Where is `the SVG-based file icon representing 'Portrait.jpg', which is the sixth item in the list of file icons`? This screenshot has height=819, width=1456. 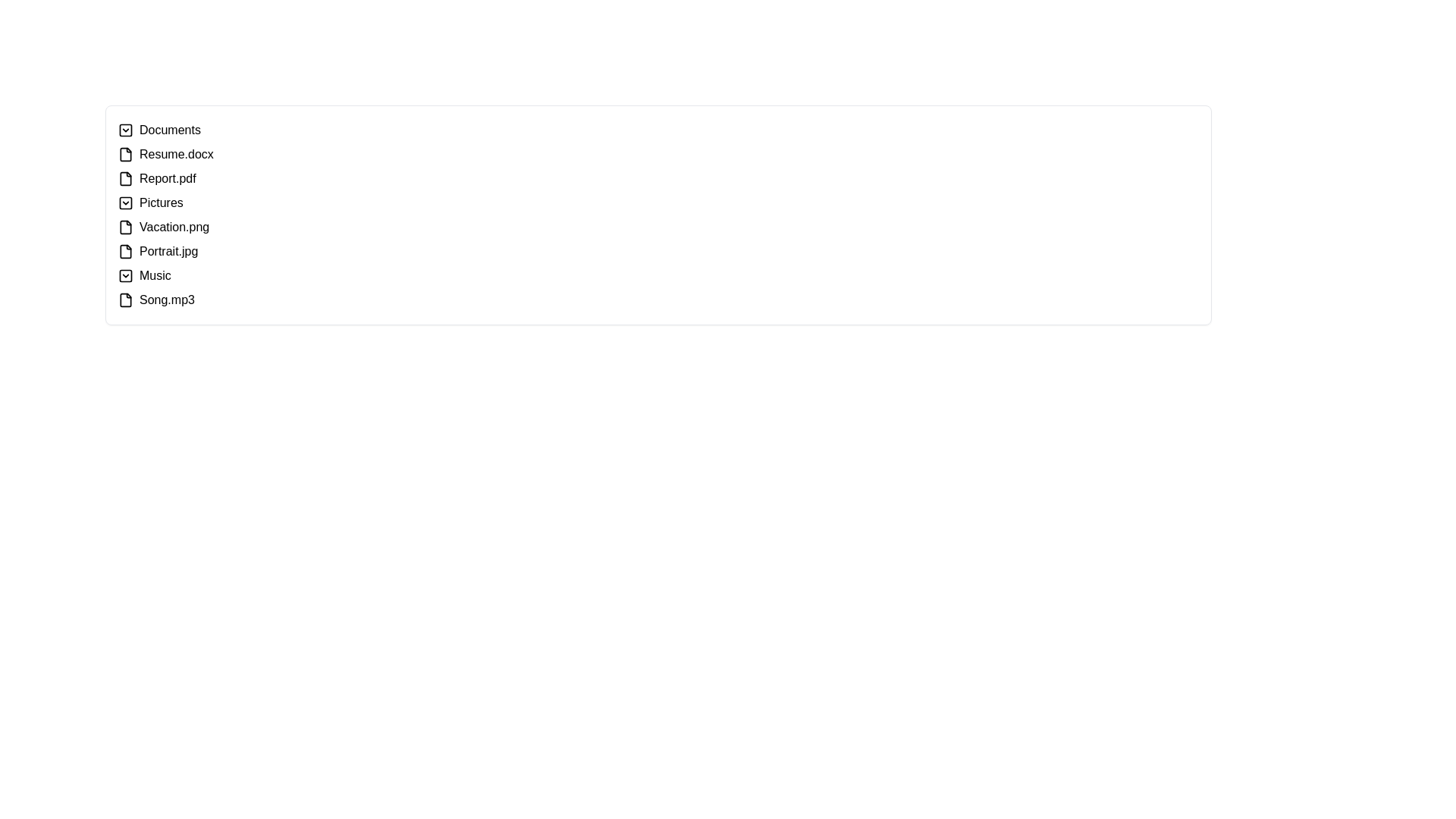
the SVG-based file icon representing 'Portrait.jpg', which is the sixth item in the list of file icons is located at coordinates (126, 250).